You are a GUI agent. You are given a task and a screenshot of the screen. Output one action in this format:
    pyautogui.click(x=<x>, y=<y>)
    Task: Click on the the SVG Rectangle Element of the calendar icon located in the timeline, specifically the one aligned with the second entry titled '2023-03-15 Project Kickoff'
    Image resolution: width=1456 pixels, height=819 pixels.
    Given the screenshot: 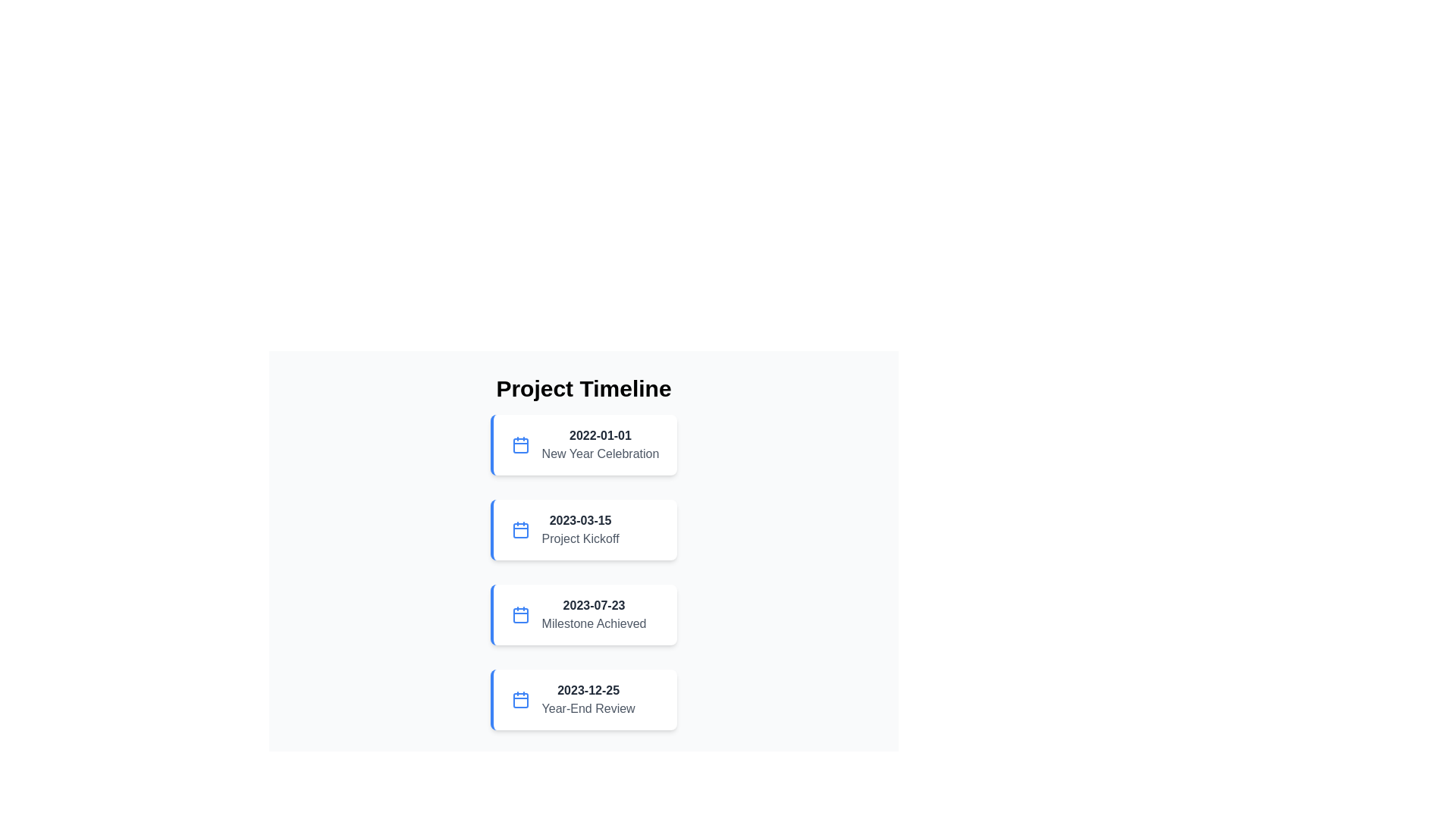 What is the action you would take?
    pyautogui.click(x=520, y=529)
    